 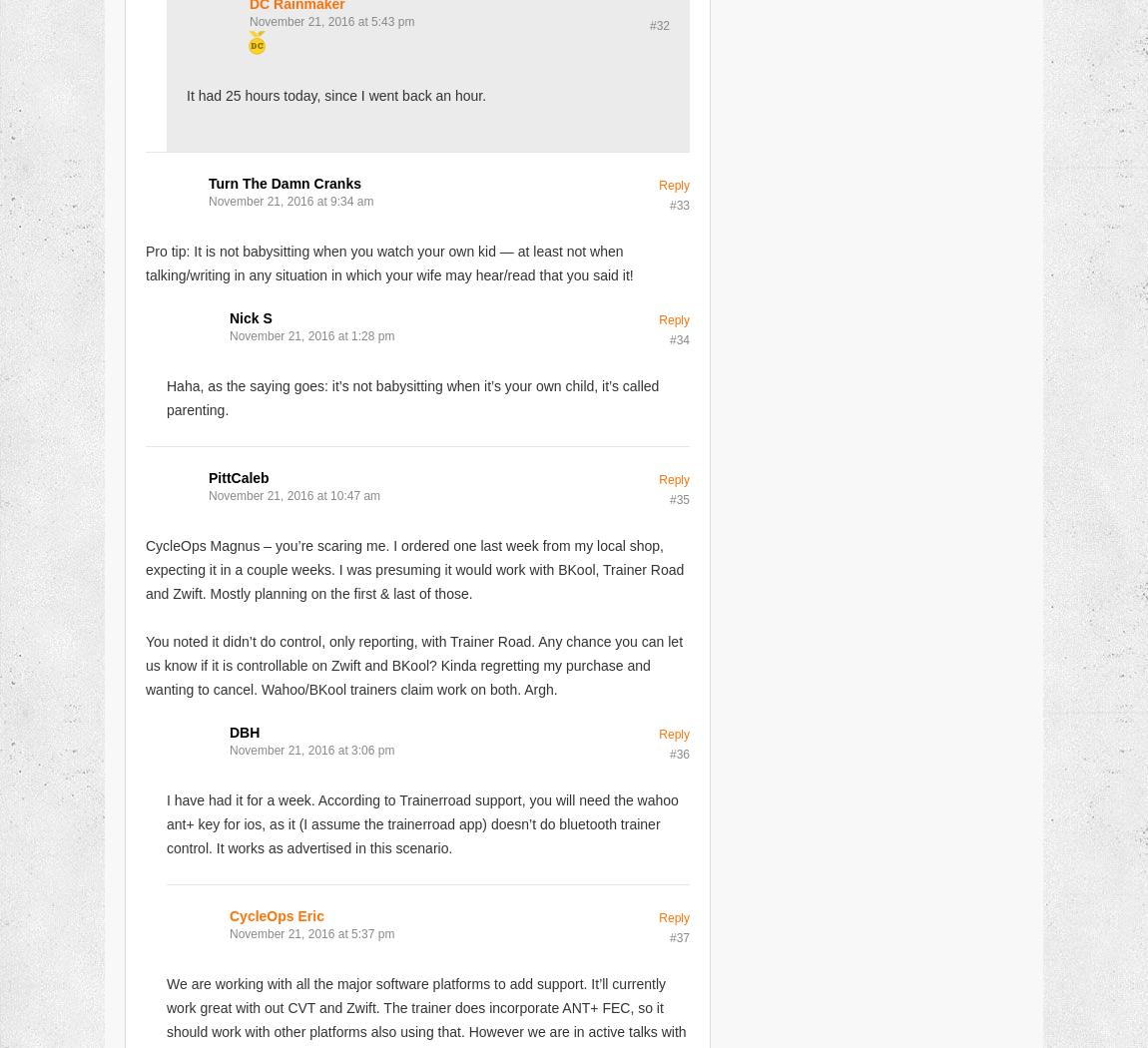 I want to click on 'You noted it didn’t do control, only reporting, with Trainer Road.  Any chance you can let us know if it is controllable on Zwift and BKool?  Kinda regretting my purchase and wanting to cancel.  Wahoo/BKool trainers claim work on both.  Argh.', so click(x=414, y=664).